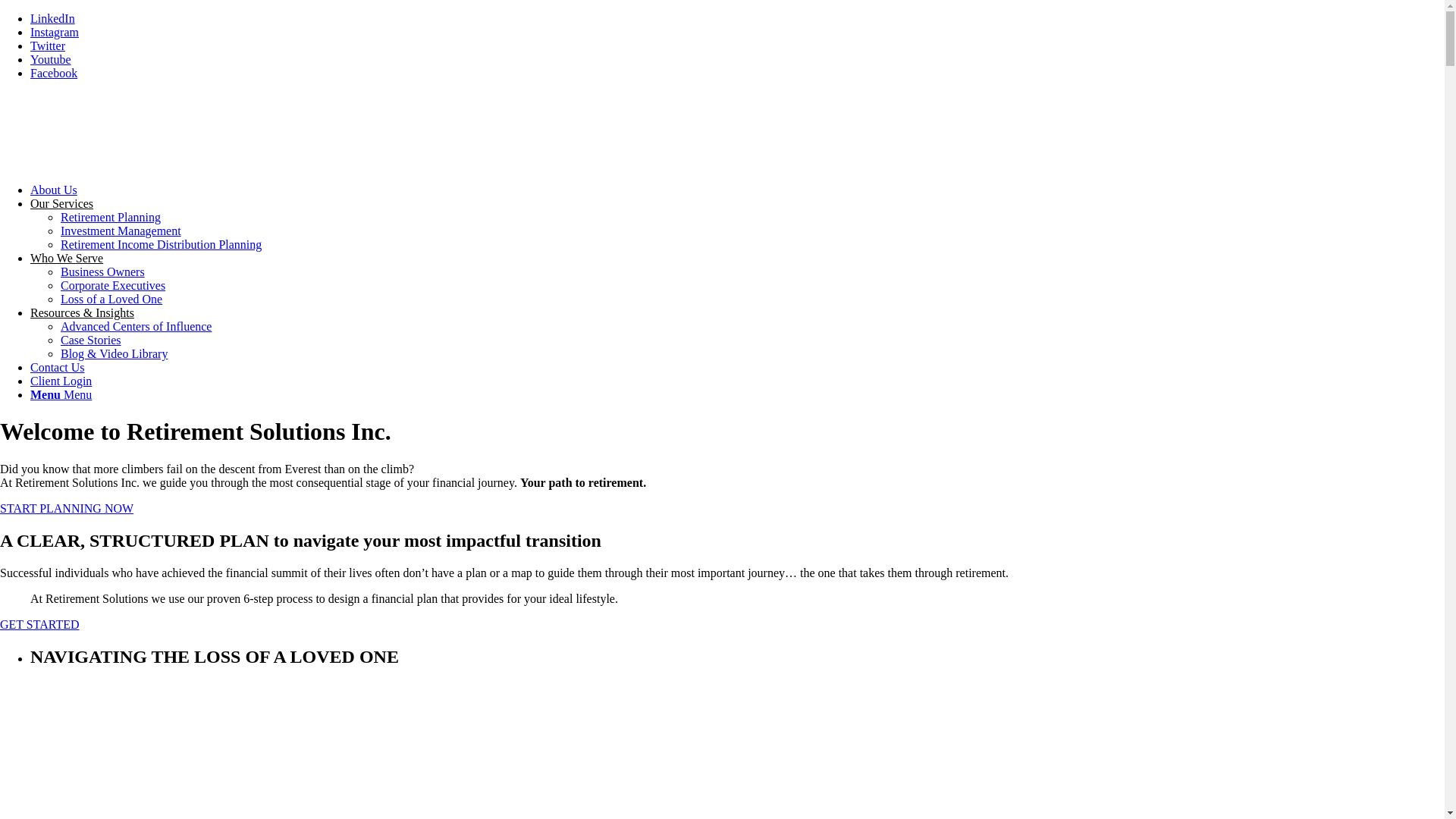 The height and width of the screenshot is (819, 1456). What do you see at coordinates (61, 285) in the screenshot?
I see `'Corporate Executives'` at bounding box center [61, 285].